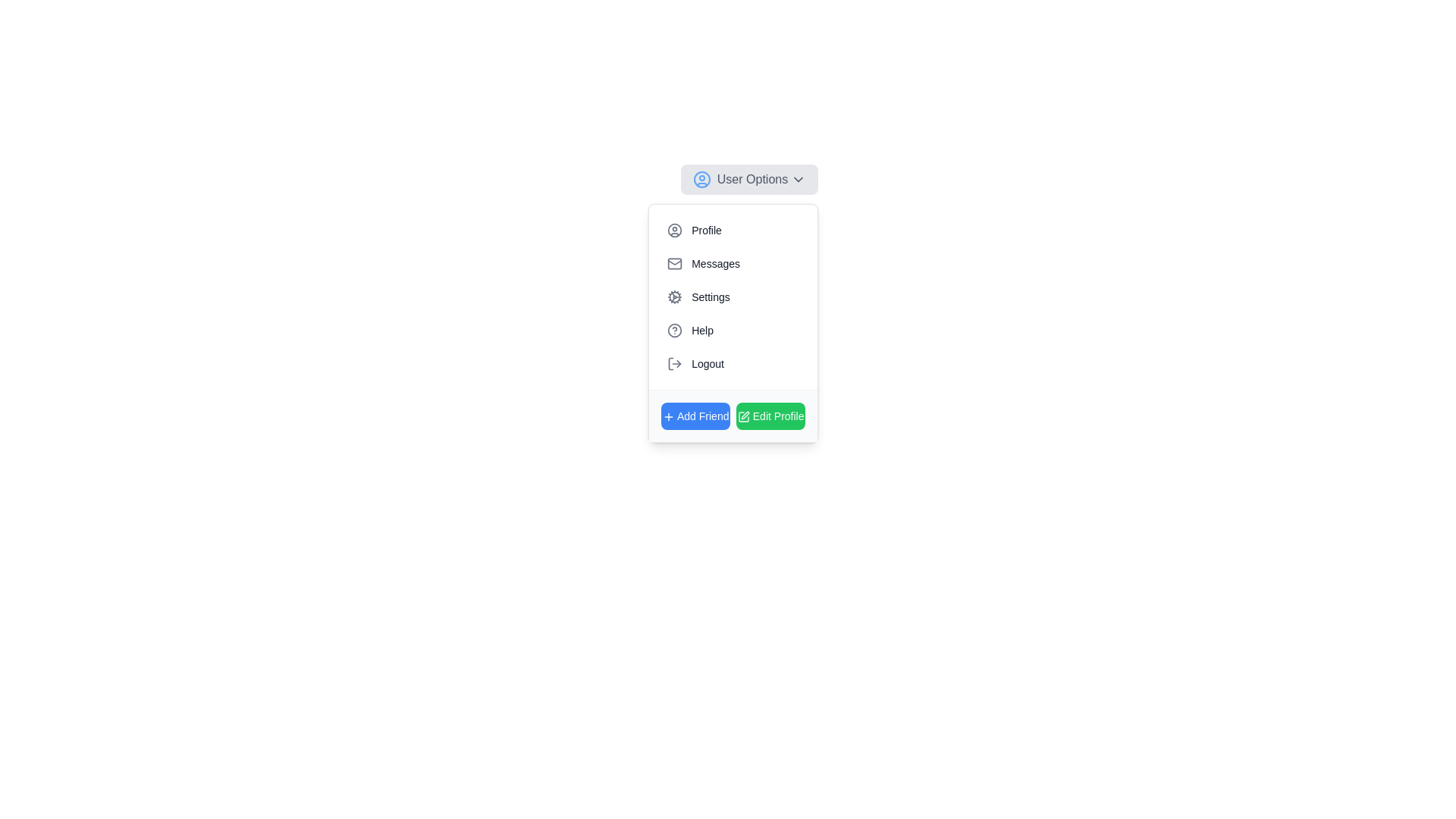 This screenshot has width=1456, height=819. What do you see at coordinates (733, 262) in the screenshot?
I see `the navigation button for accessing the 'Messages' section of the application` at bounding box center [733, 262].